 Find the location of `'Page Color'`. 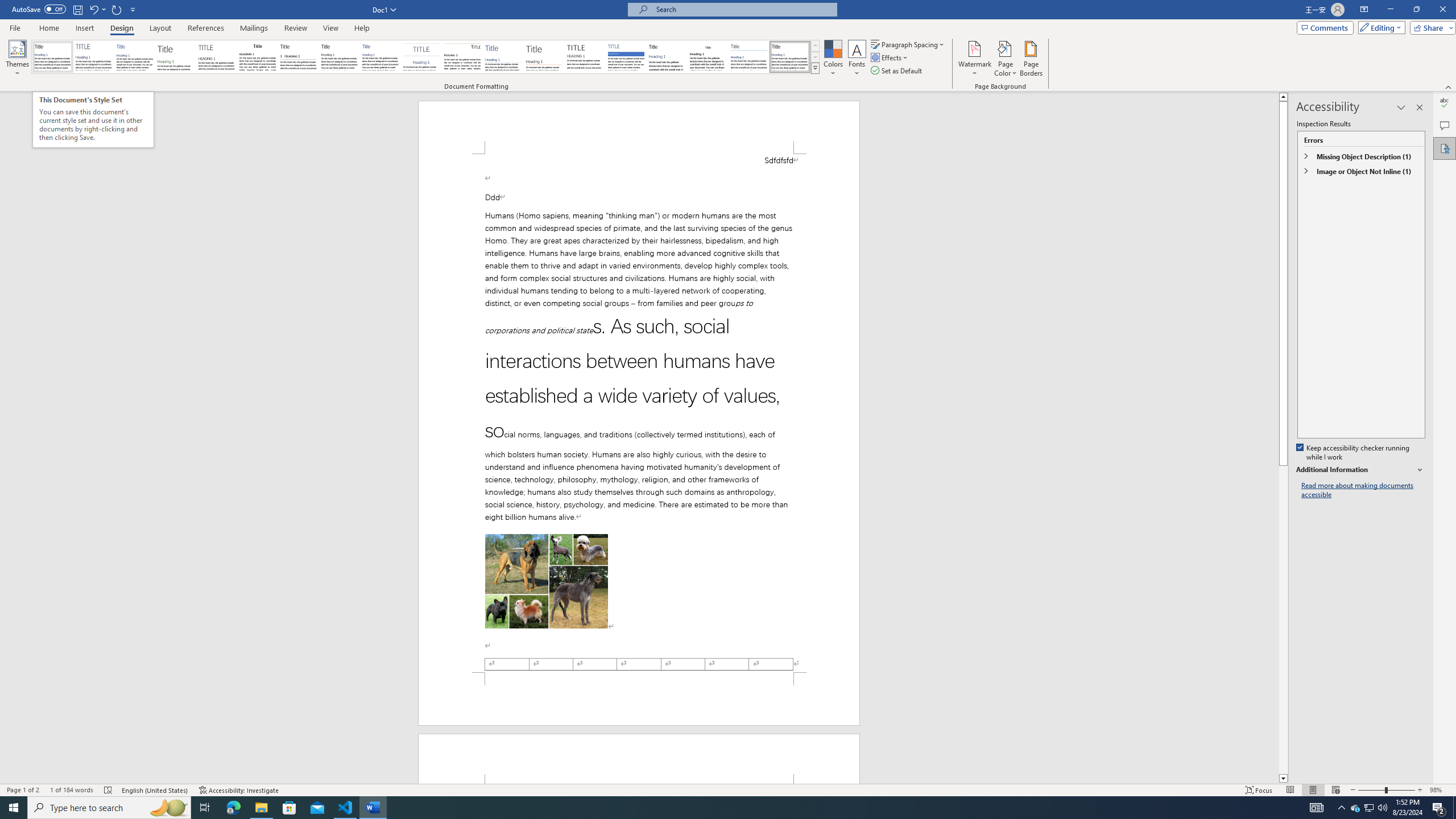

'Page Color' is located at coordinates (1006, 59).